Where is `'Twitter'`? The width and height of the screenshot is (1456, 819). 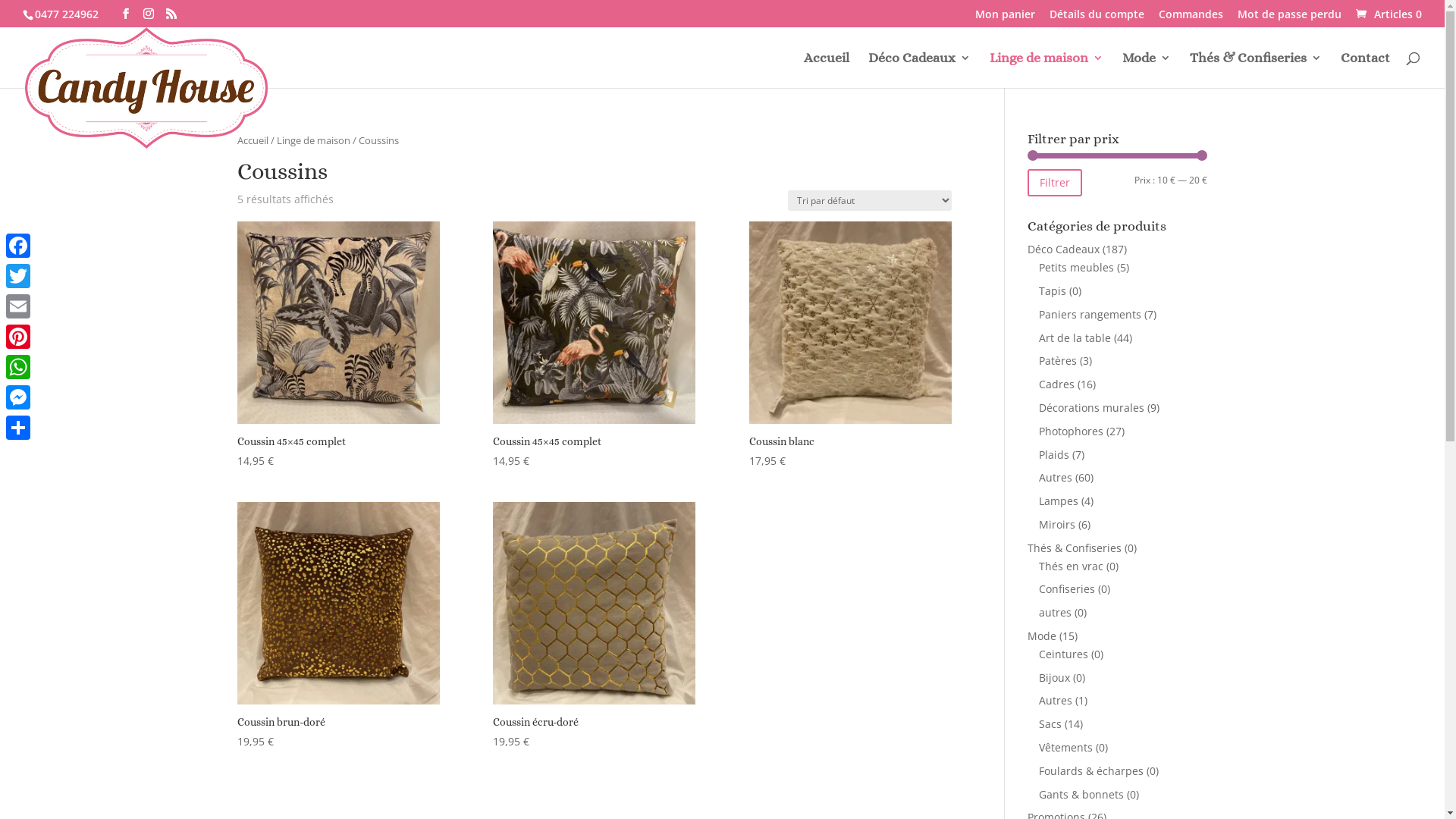
'Twitter' is located at coordinates (18, 275).